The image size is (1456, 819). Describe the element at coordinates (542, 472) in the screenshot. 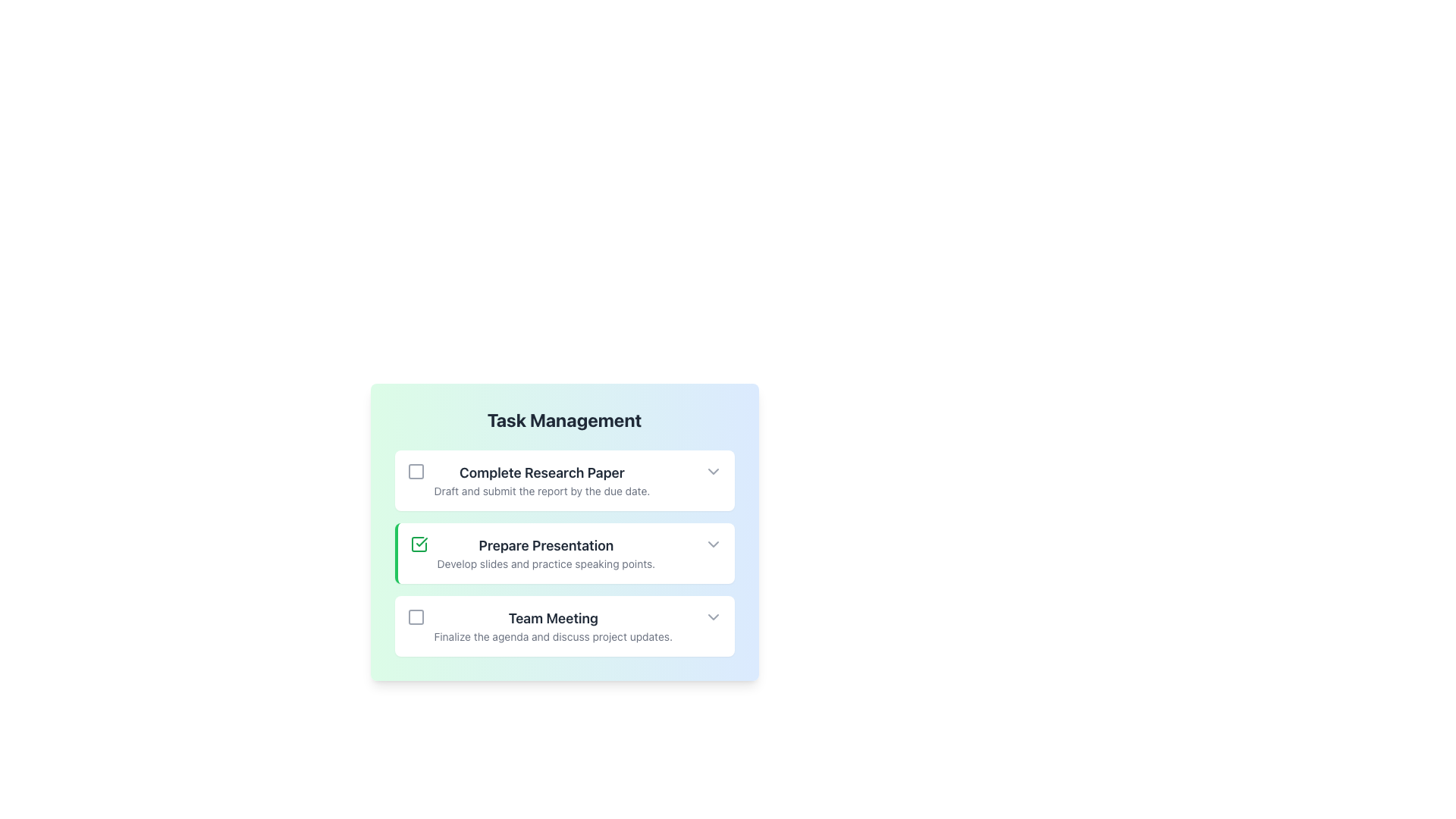

I see `the text label reading 'Complete Research Paper' which is styled in bold and dark gray, located in the first task card of the 'Task Management' interface` at that location.